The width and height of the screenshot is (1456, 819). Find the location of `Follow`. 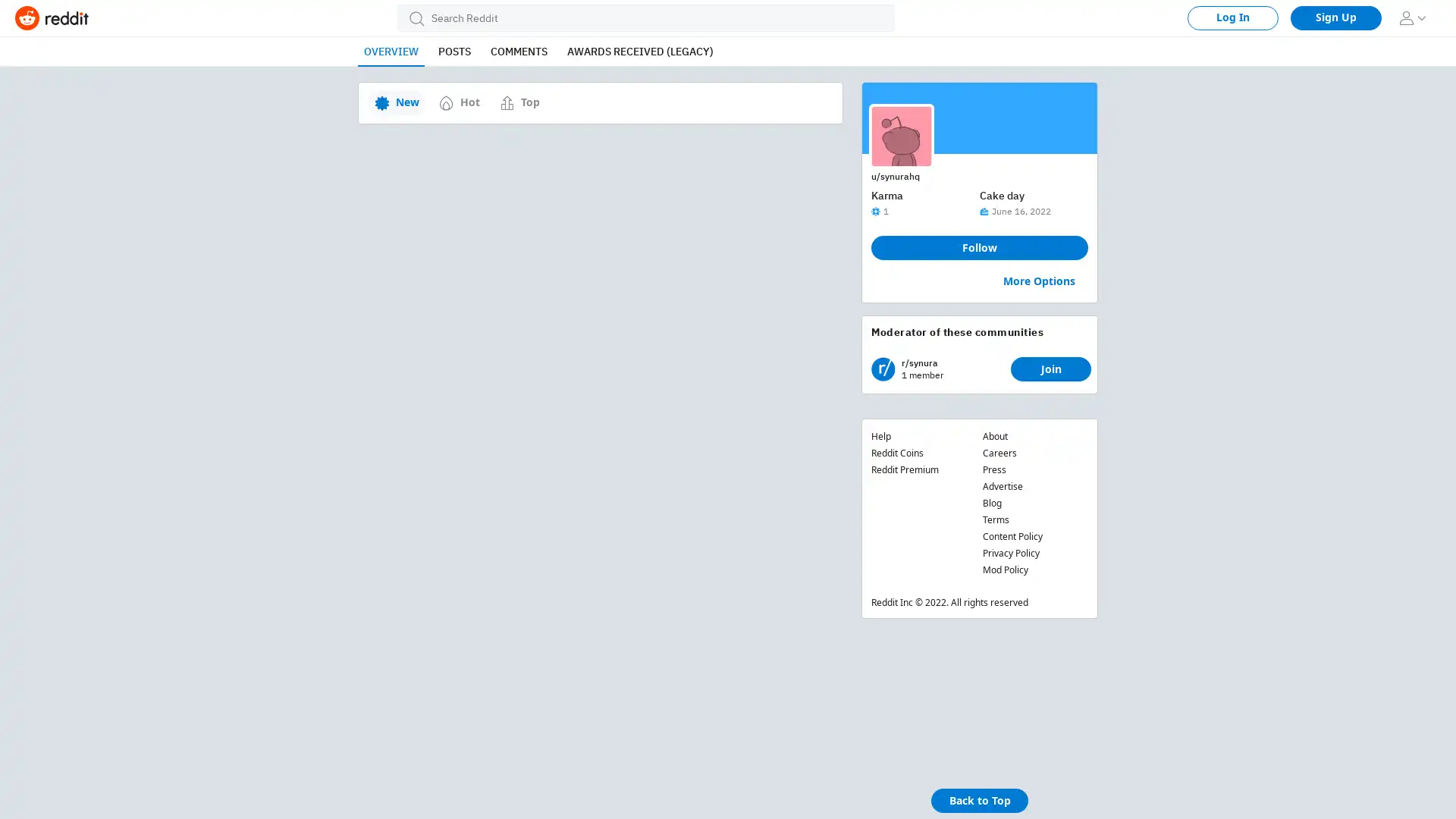

Follow is located at coordinates (979, 247).